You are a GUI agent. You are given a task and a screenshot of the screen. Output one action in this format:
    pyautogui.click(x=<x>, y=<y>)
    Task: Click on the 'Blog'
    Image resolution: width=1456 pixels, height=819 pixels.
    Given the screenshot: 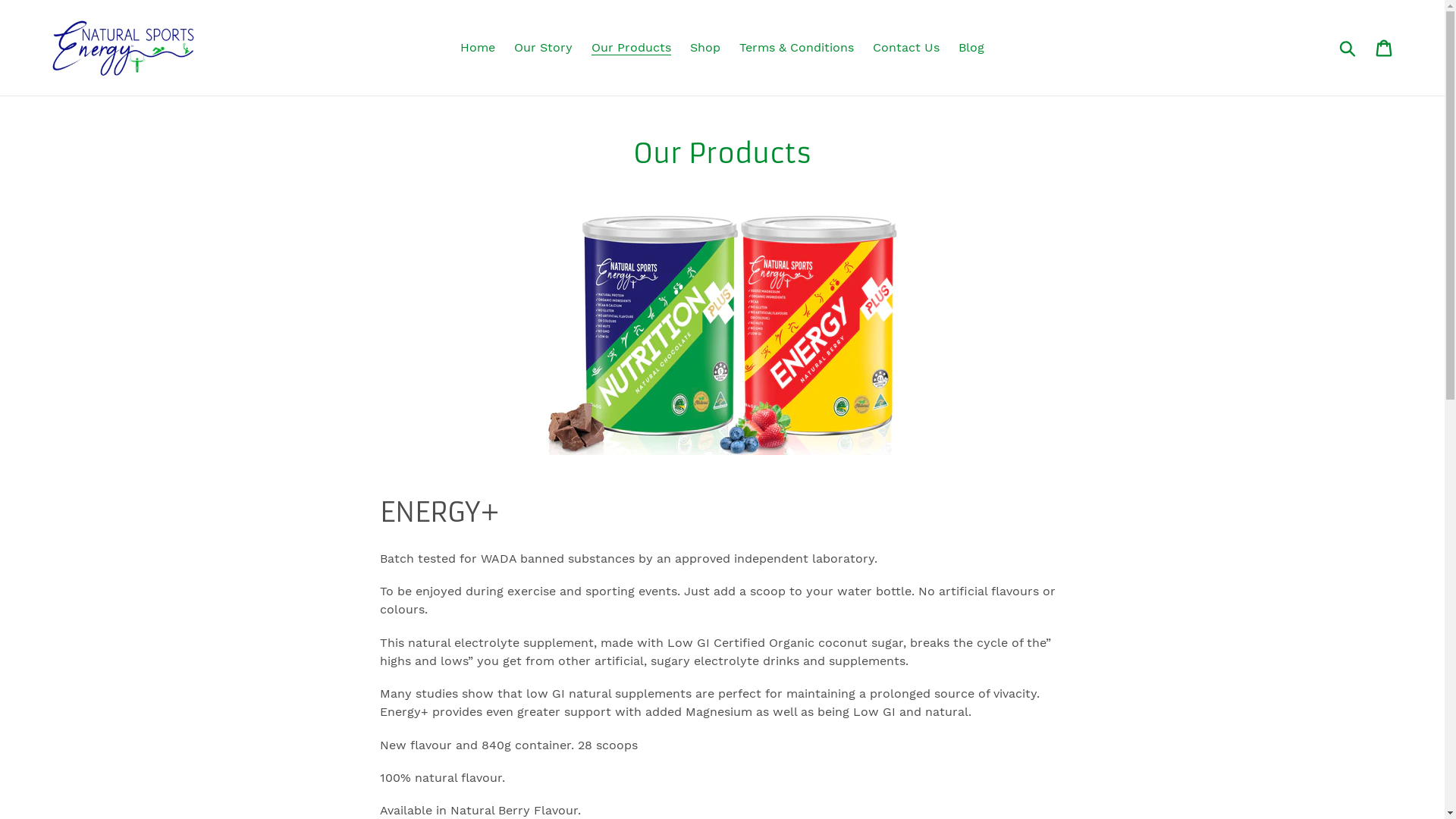 What is the action you would take?
    pyautogui.click(x=971, y=46)
    